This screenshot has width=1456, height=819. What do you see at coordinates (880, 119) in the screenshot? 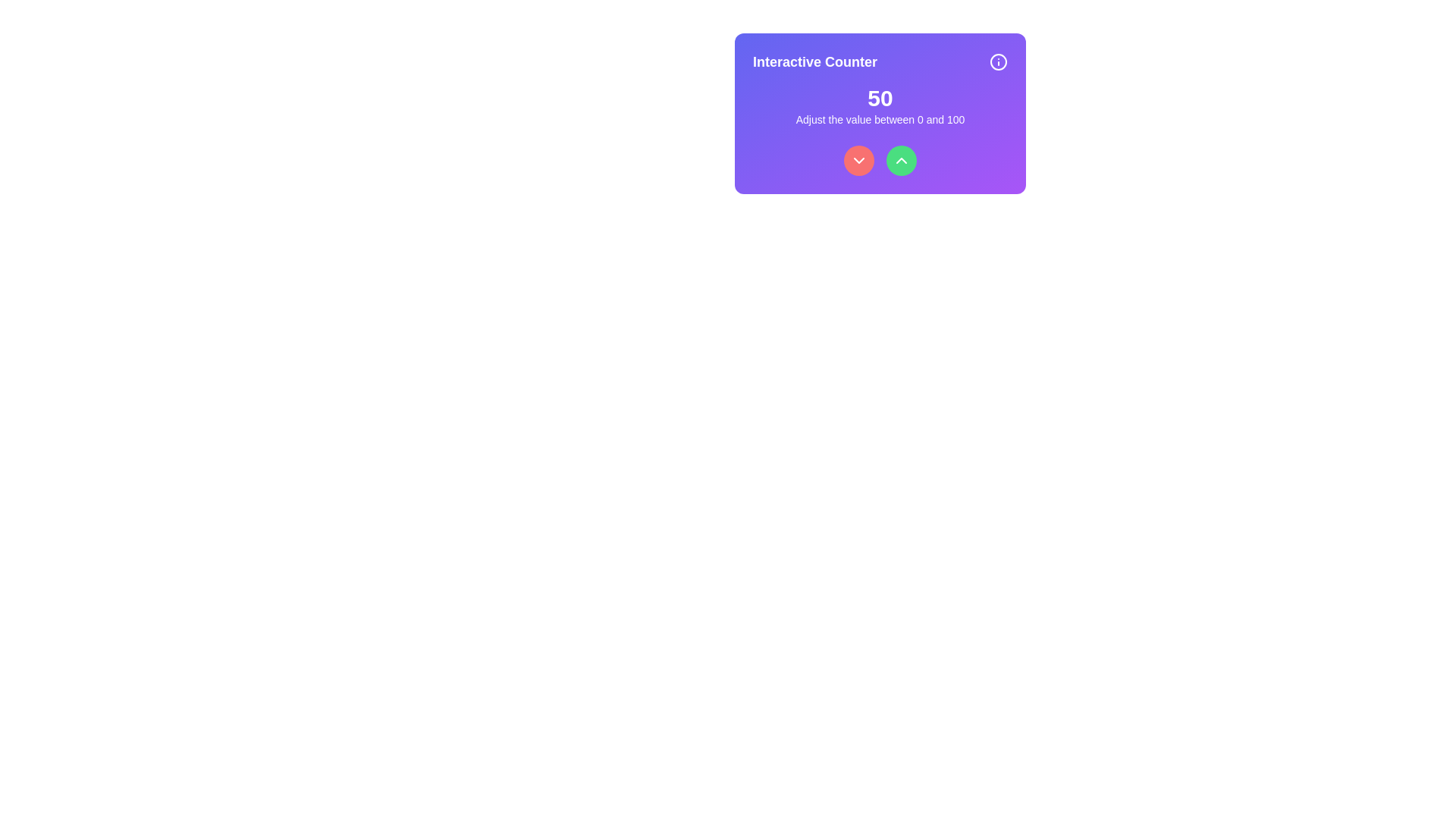
I see `the Text label that provides instructions about adjusting a value, located beneath the sibling element displaying '50', within a purple background` at bounding box center [880, 119].